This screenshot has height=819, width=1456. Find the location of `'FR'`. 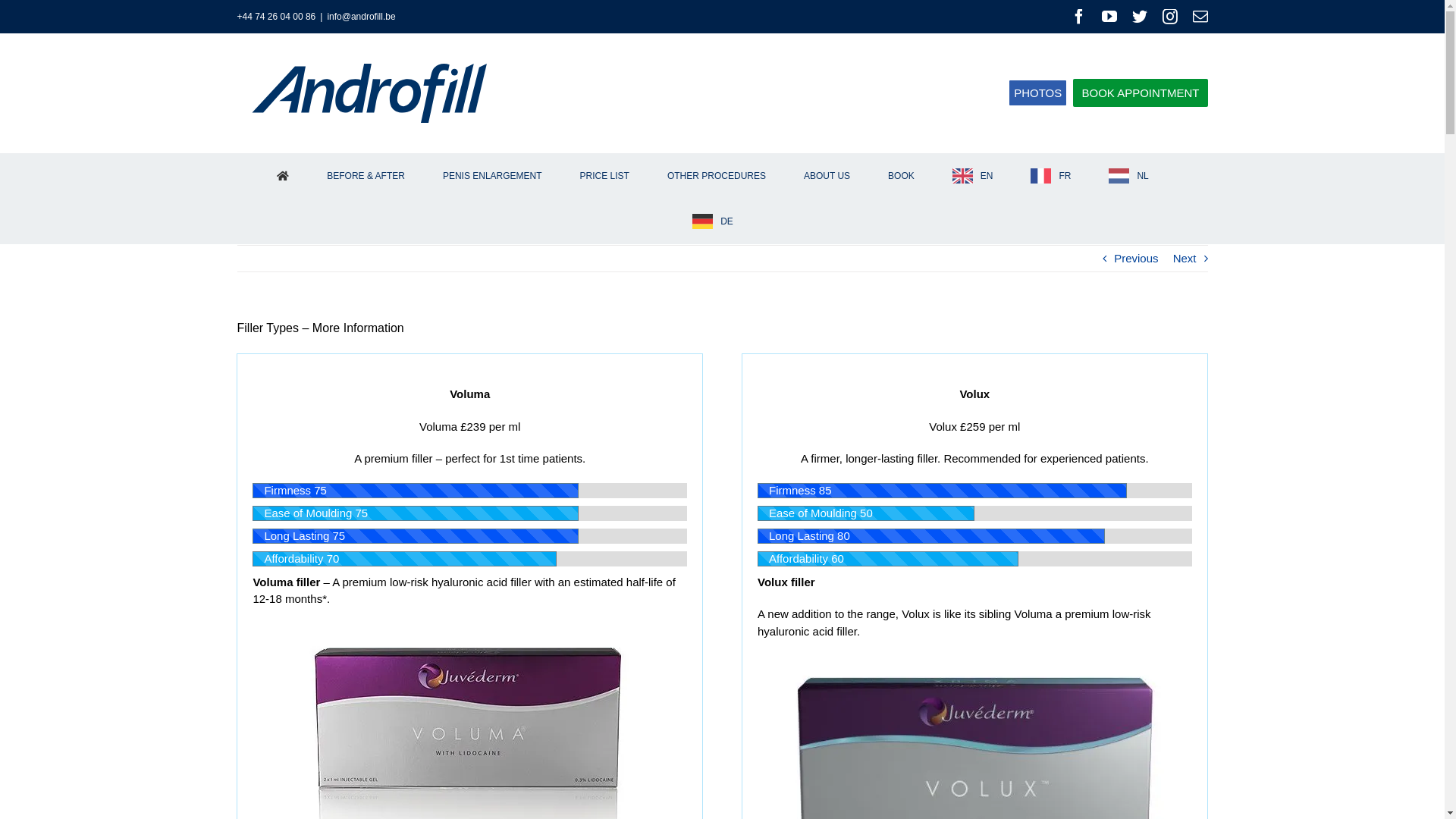

'FR' is located at coordinates (1021, 174).